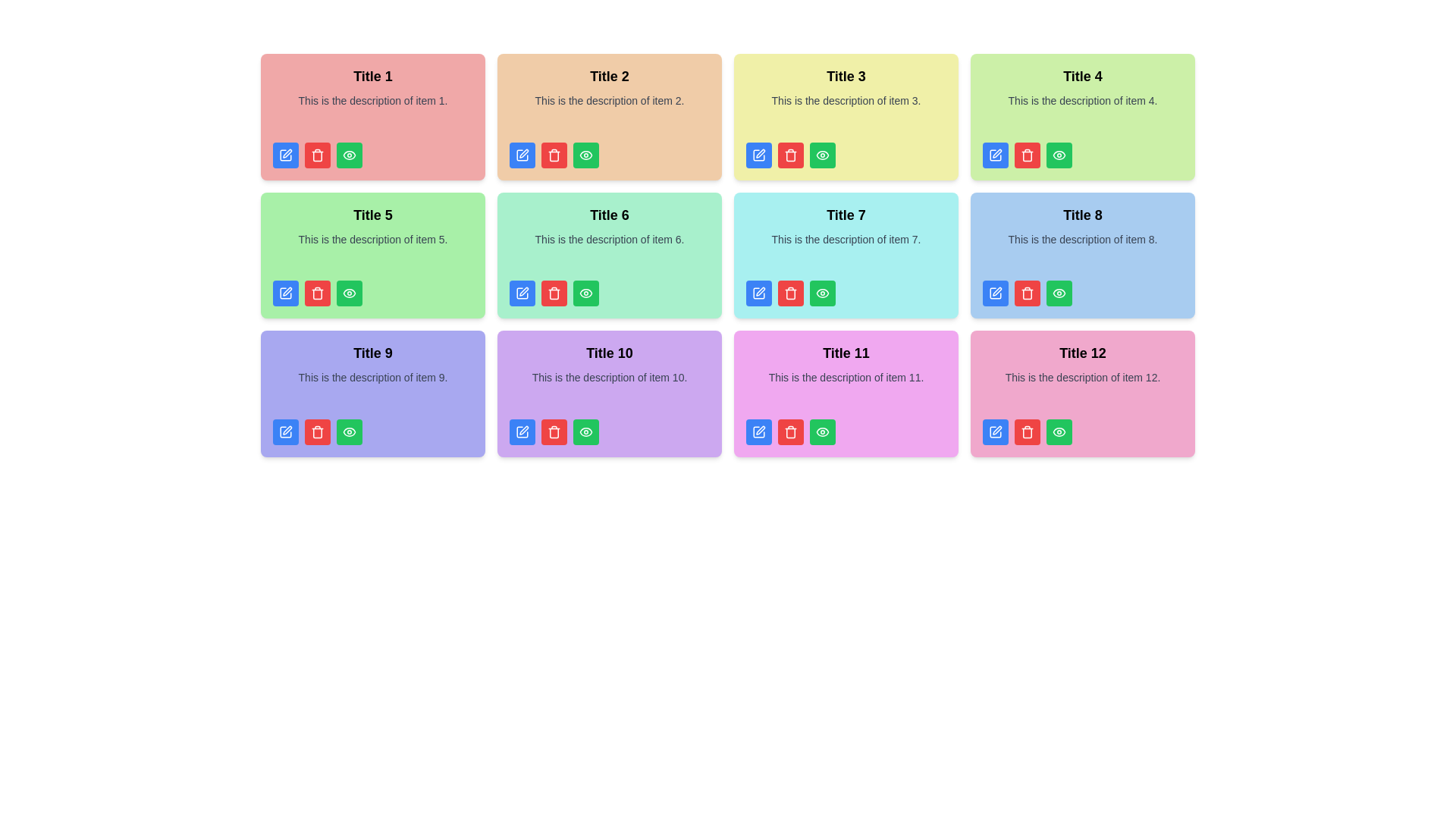  Describe the element at coordinates (348, 155) in the screenshot. I see `the button with a green background and an eye icon, located in the grid layout under 'Title 1', to observe the color change effect` at that location.